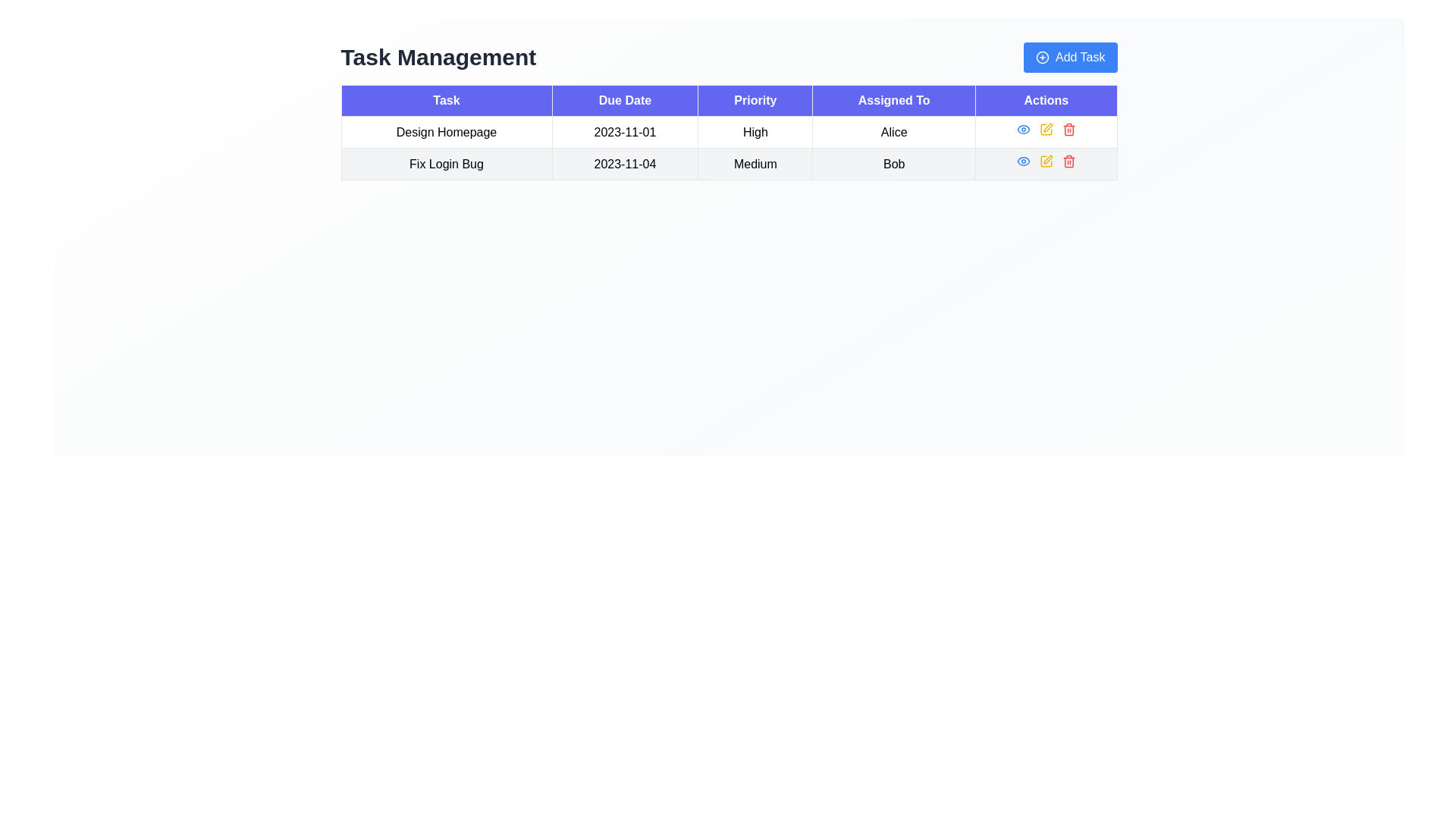 The image size is (1456, 819). Describe the element at coordinates (1045, 164) in the screenshot. I see `the action icons` at that location.